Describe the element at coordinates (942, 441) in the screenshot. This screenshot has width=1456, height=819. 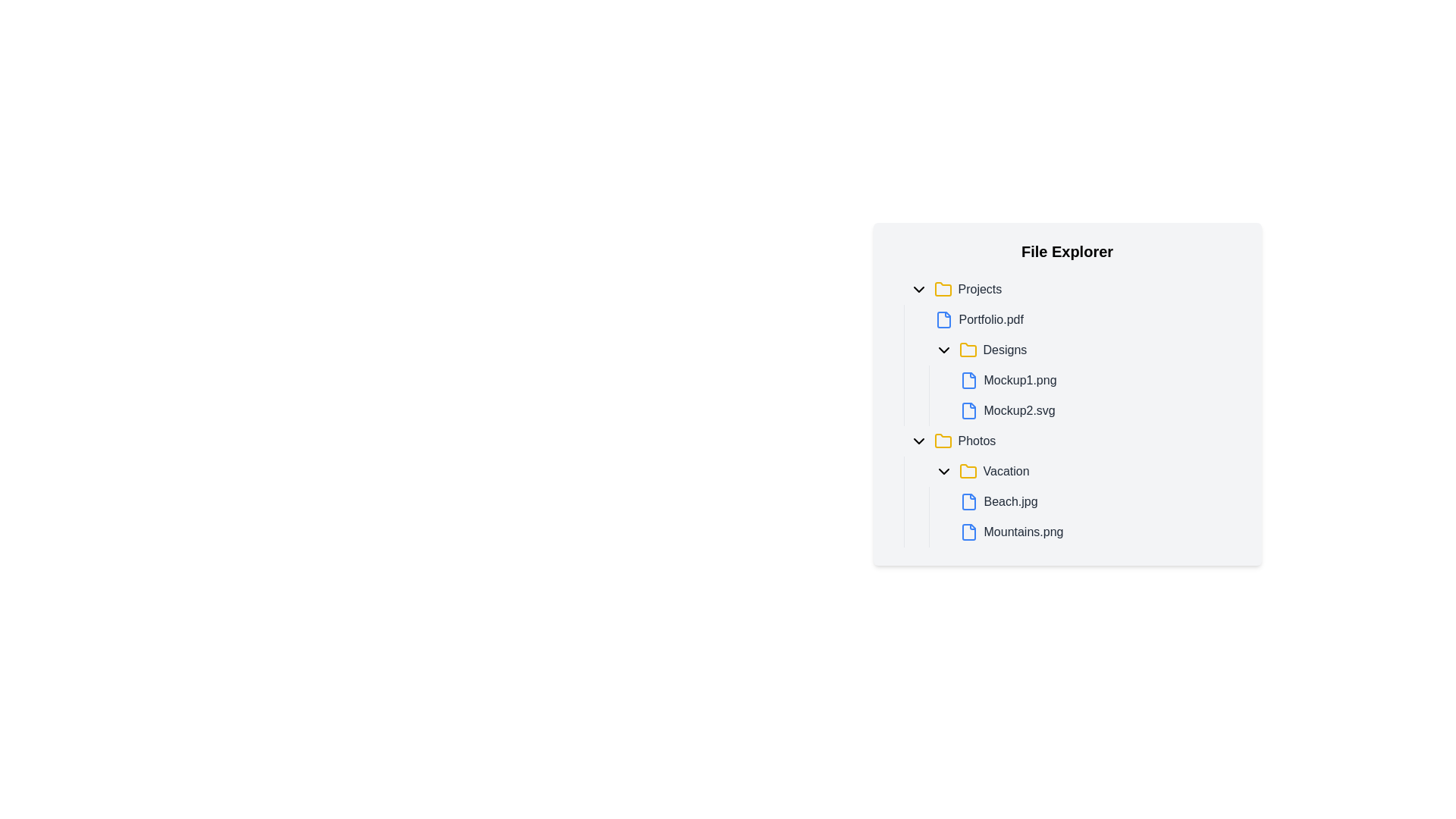
I see `the yellowish-orange folder icon located` at that location.